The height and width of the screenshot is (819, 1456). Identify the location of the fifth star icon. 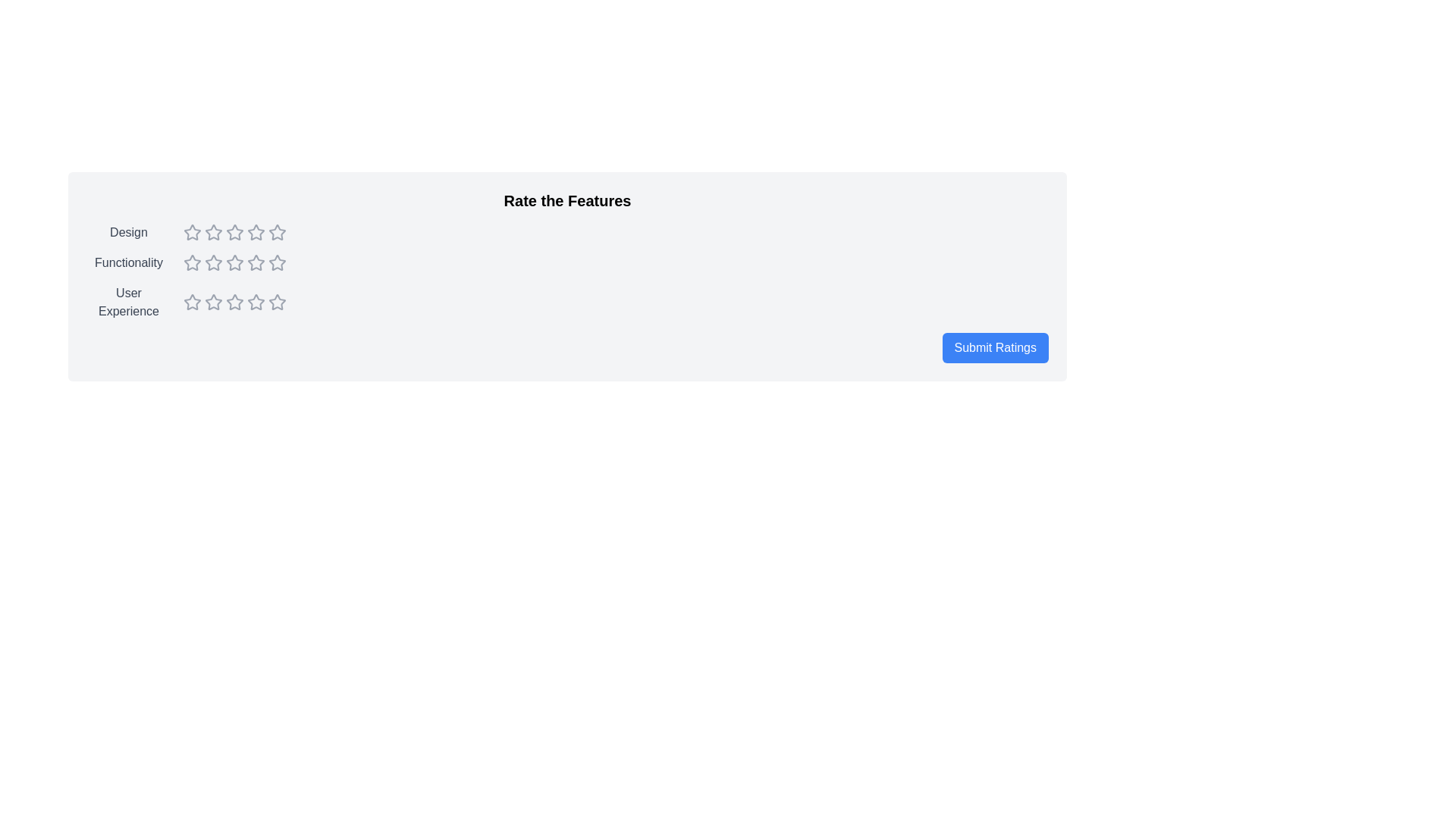
(277, 302).